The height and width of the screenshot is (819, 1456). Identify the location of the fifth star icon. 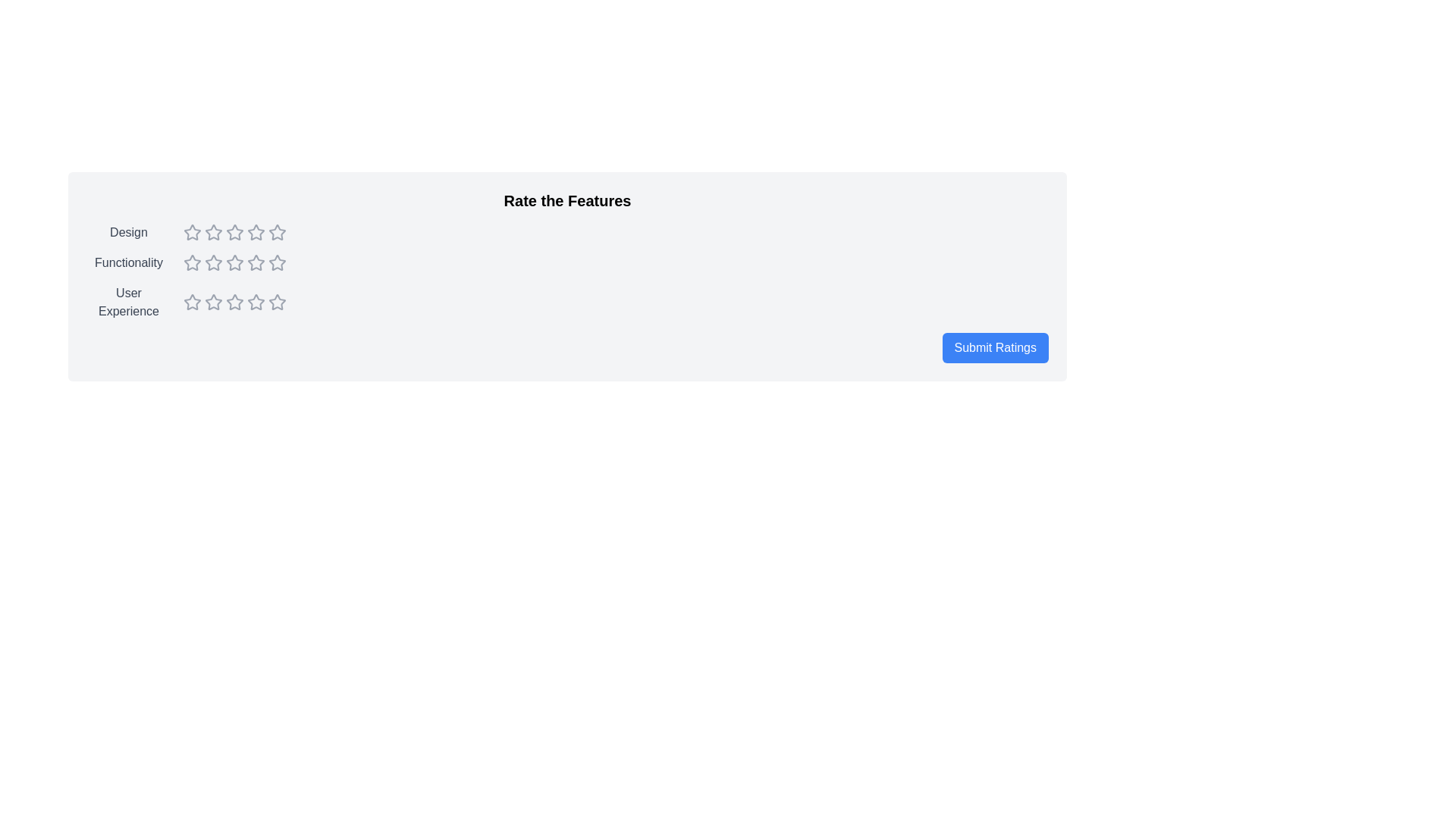
(277, 302).